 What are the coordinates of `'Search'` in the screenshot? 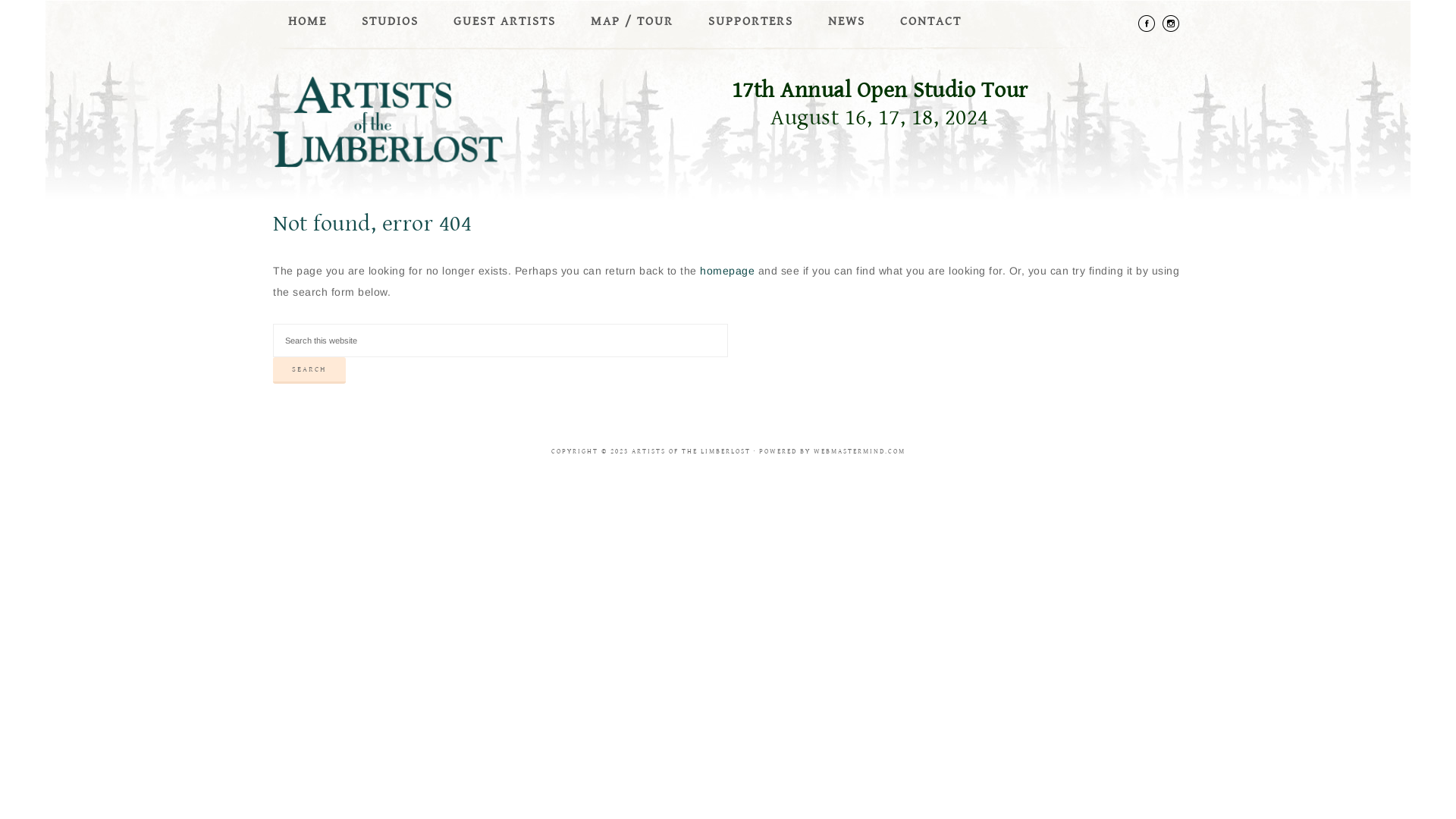 It's located at (309, 370).